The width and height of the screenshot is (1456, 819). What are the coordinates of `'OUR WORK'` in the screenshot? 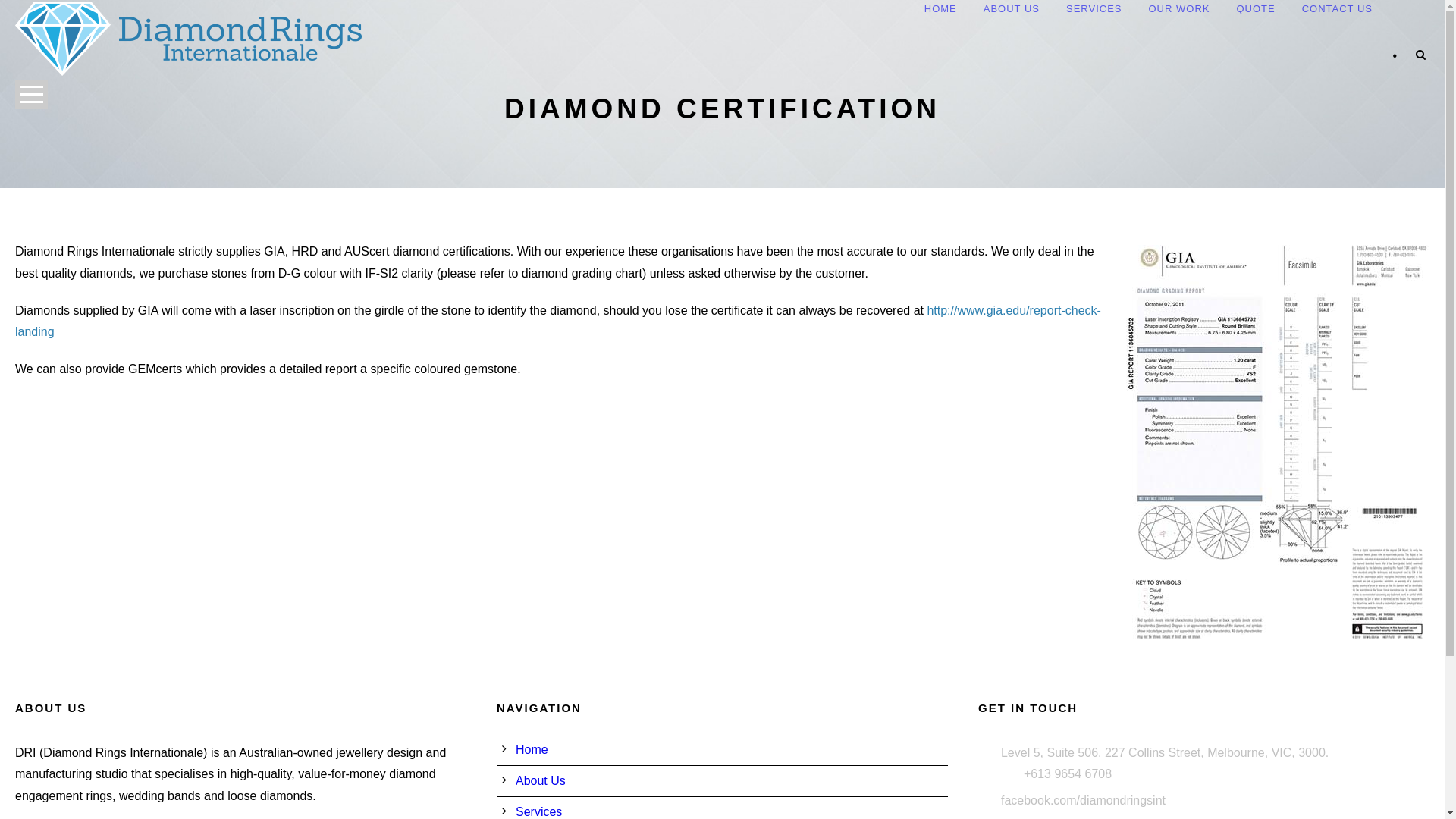 It's located at (1147, 10).